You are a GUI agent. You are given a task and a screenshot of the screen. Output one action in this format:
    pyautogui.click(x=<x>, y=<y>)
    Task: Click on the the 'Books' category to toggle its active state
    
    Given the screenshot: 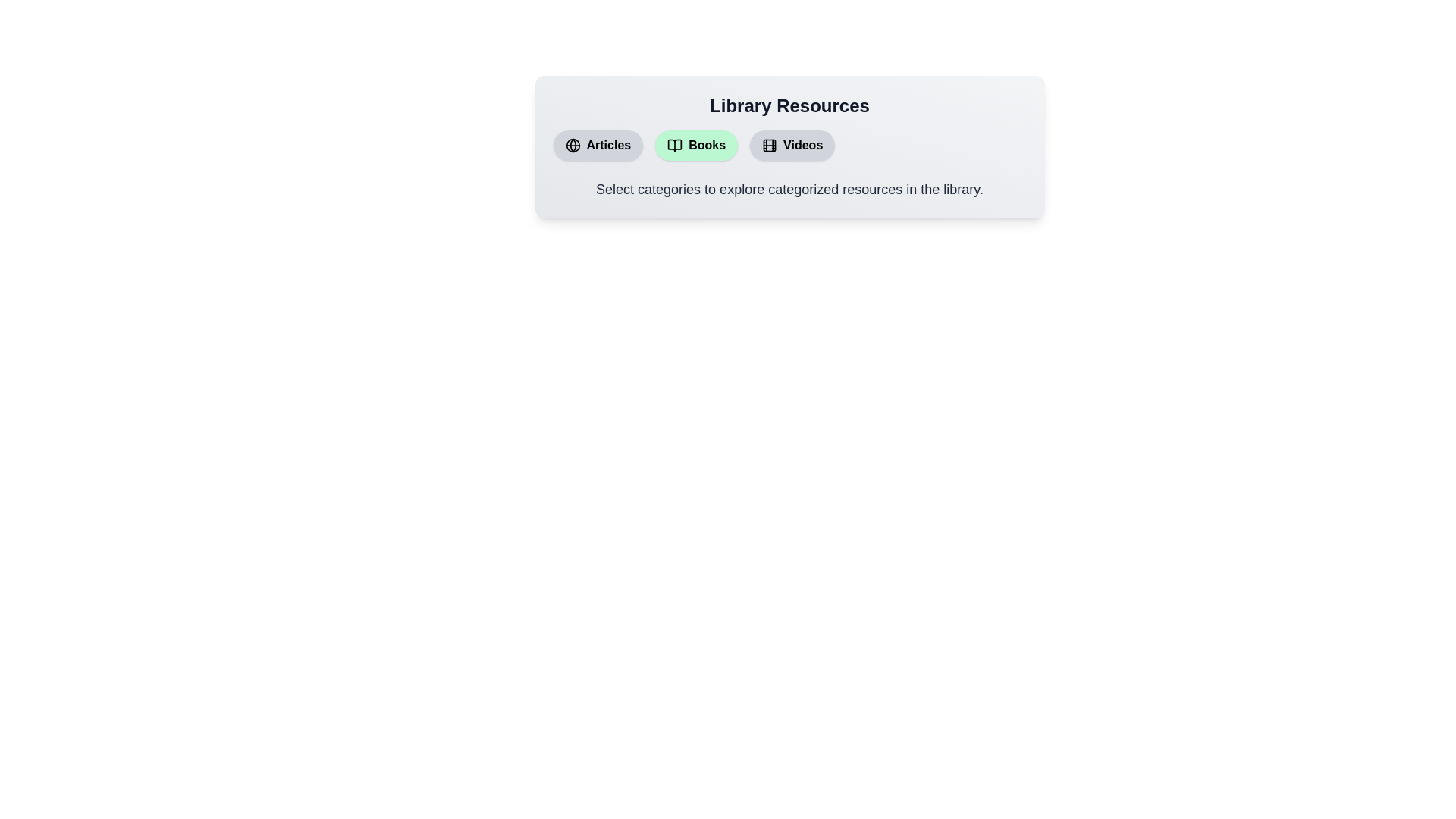 What is the action you would take?
    pyautogui.click(x=695, y=146)
    